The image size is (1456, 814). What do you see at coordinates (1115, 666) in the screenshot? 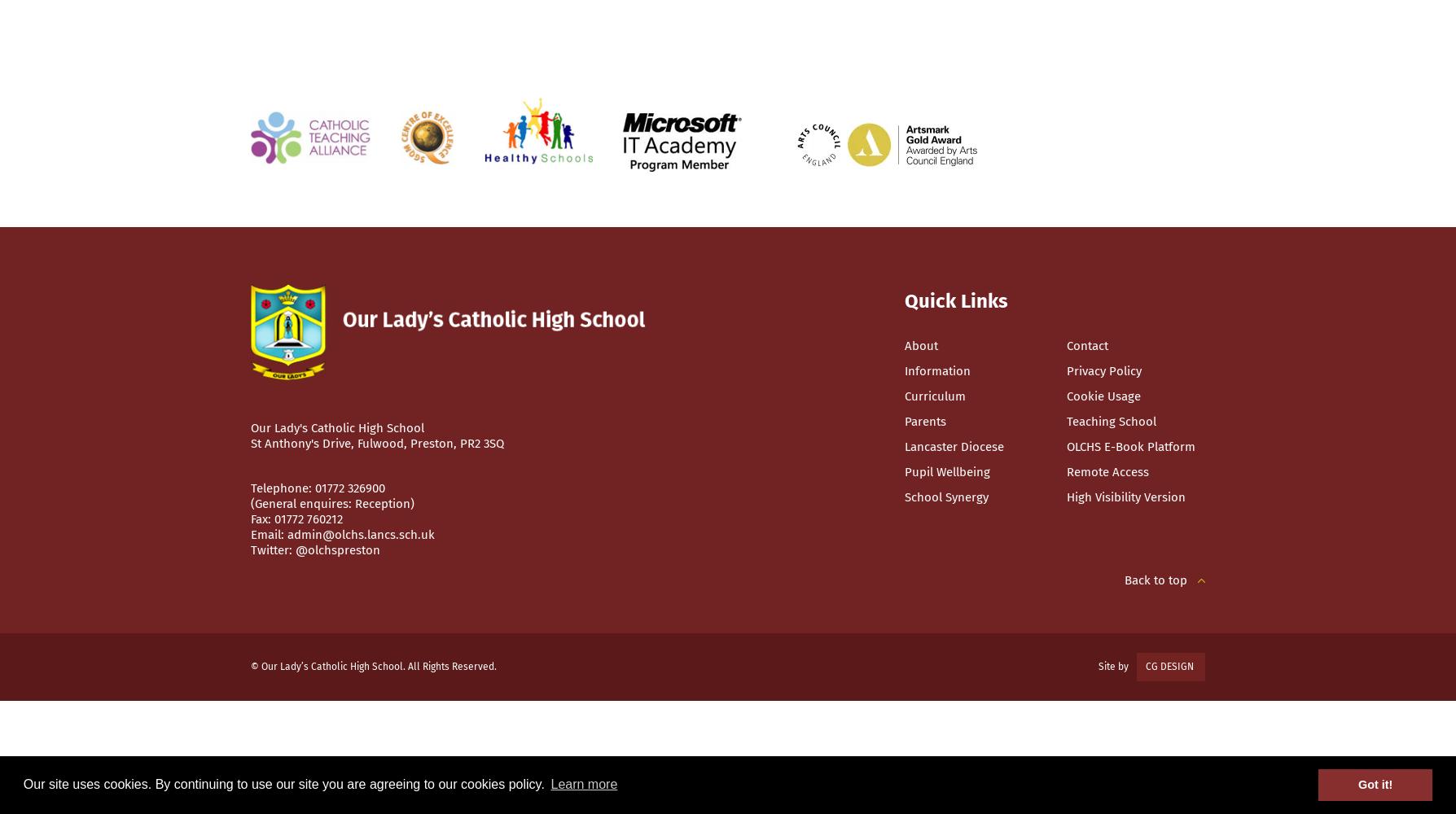
I see `'Site by'` at bounding box center [1115, 666].